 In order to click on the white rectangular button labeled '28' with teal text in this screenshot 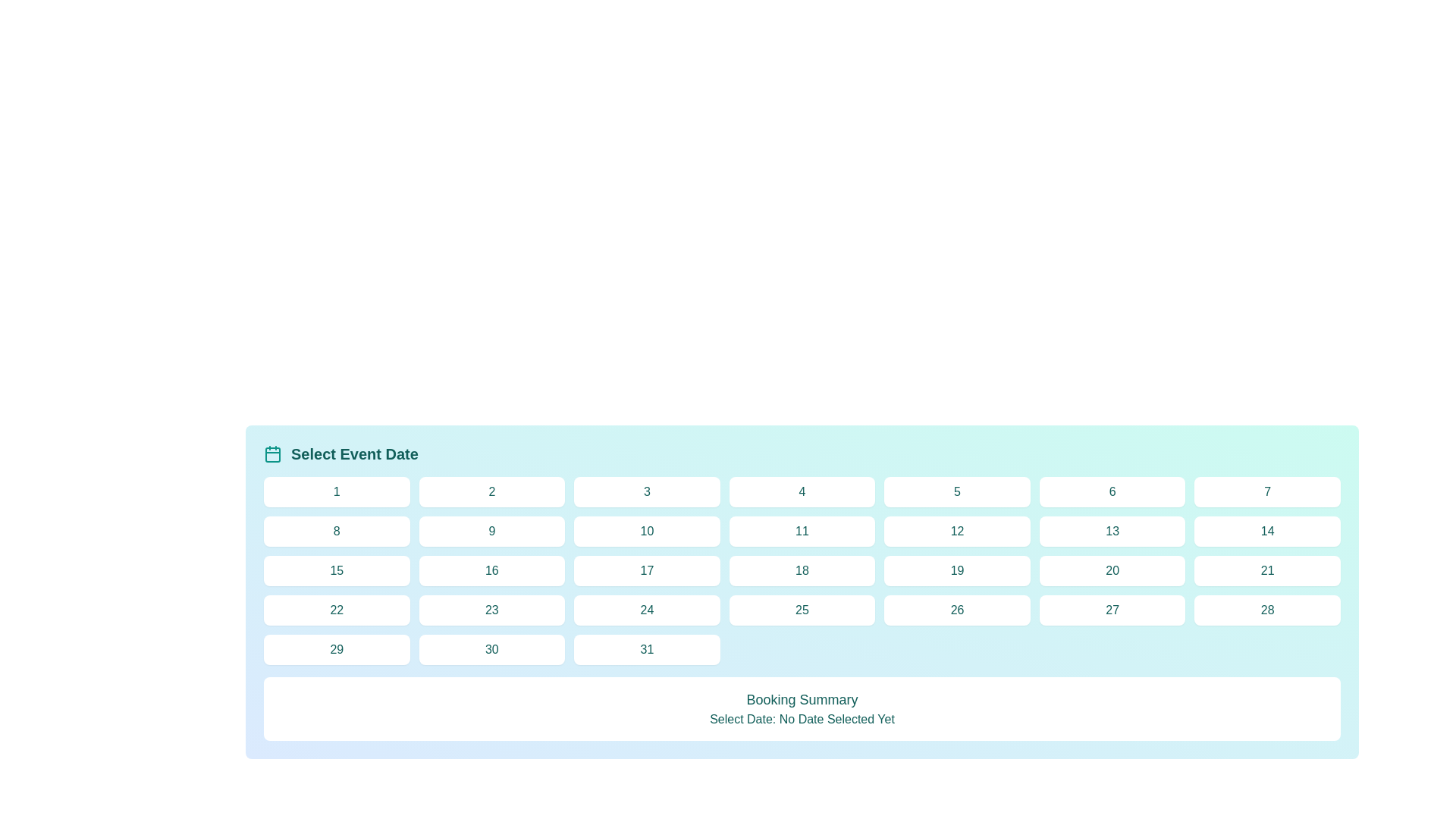, I will do `click(1267, 610)`.